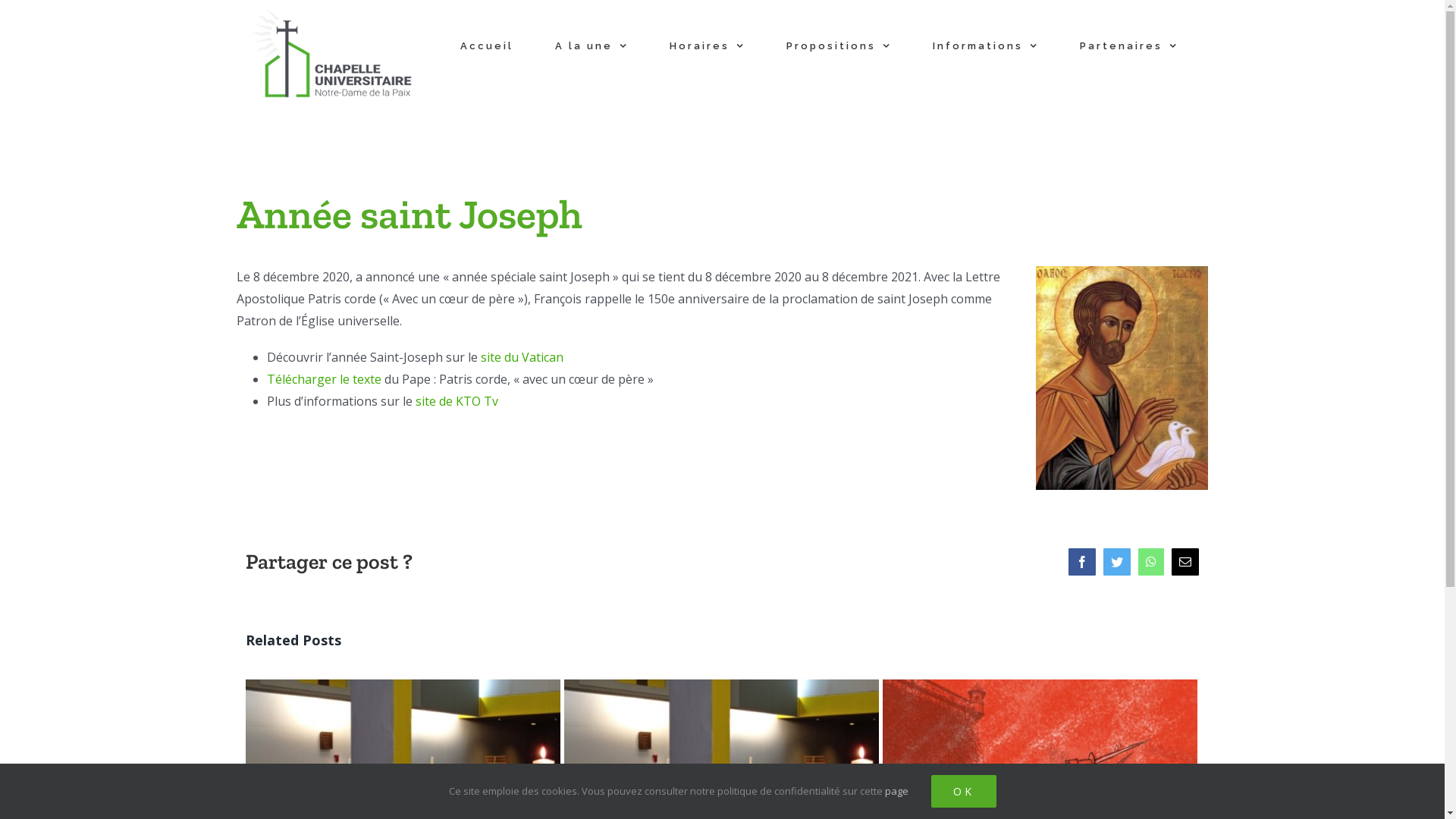 This screenshot has width=1456, height=819. What do you see at coordinates (447, 45) in the screenshot?
I see `'Accueil'` at bounding box center [447, 45].